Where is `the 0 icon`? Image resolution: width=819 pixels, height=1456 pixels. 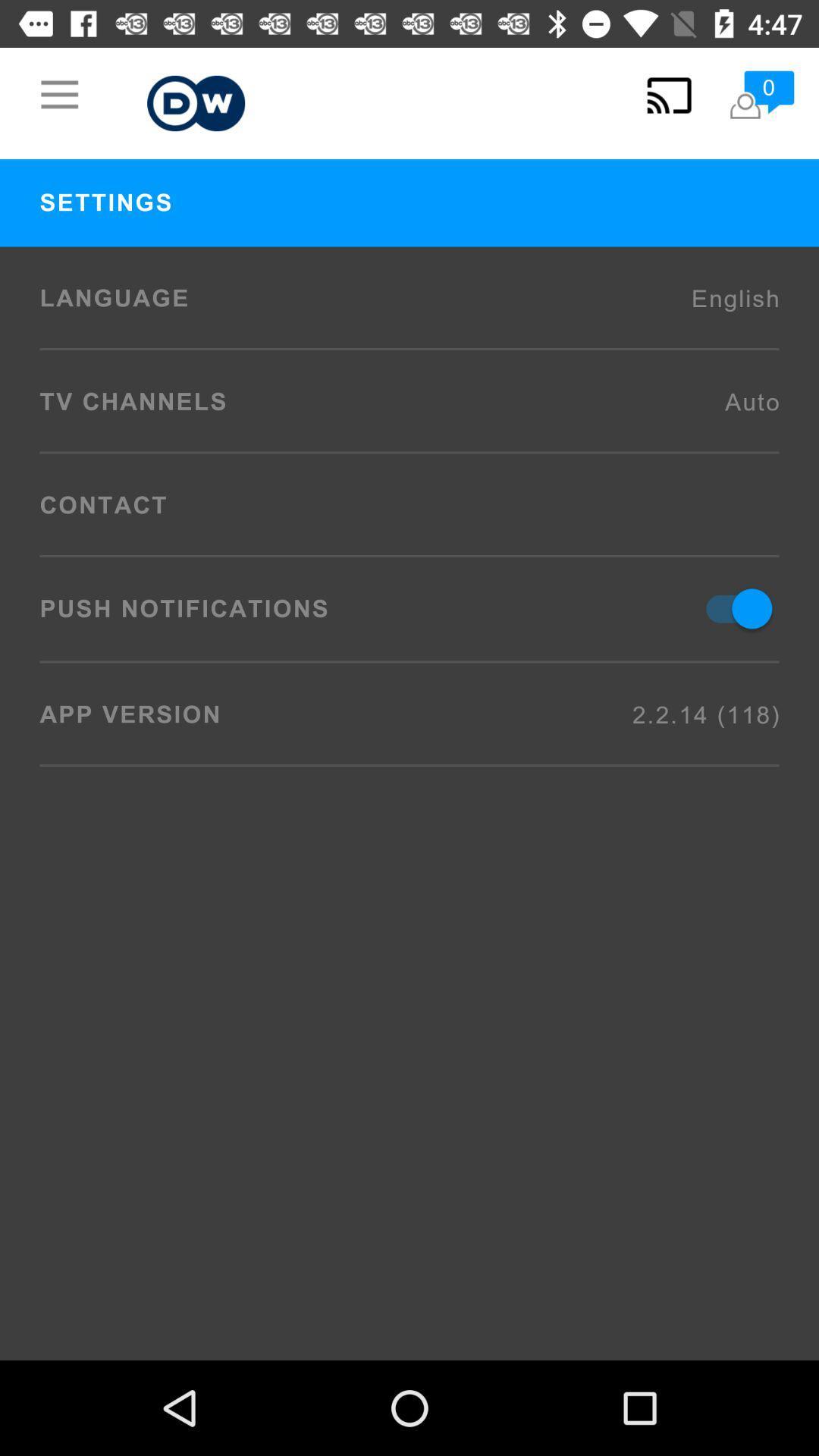 the 0 icon is located at coordinates (761, 94).